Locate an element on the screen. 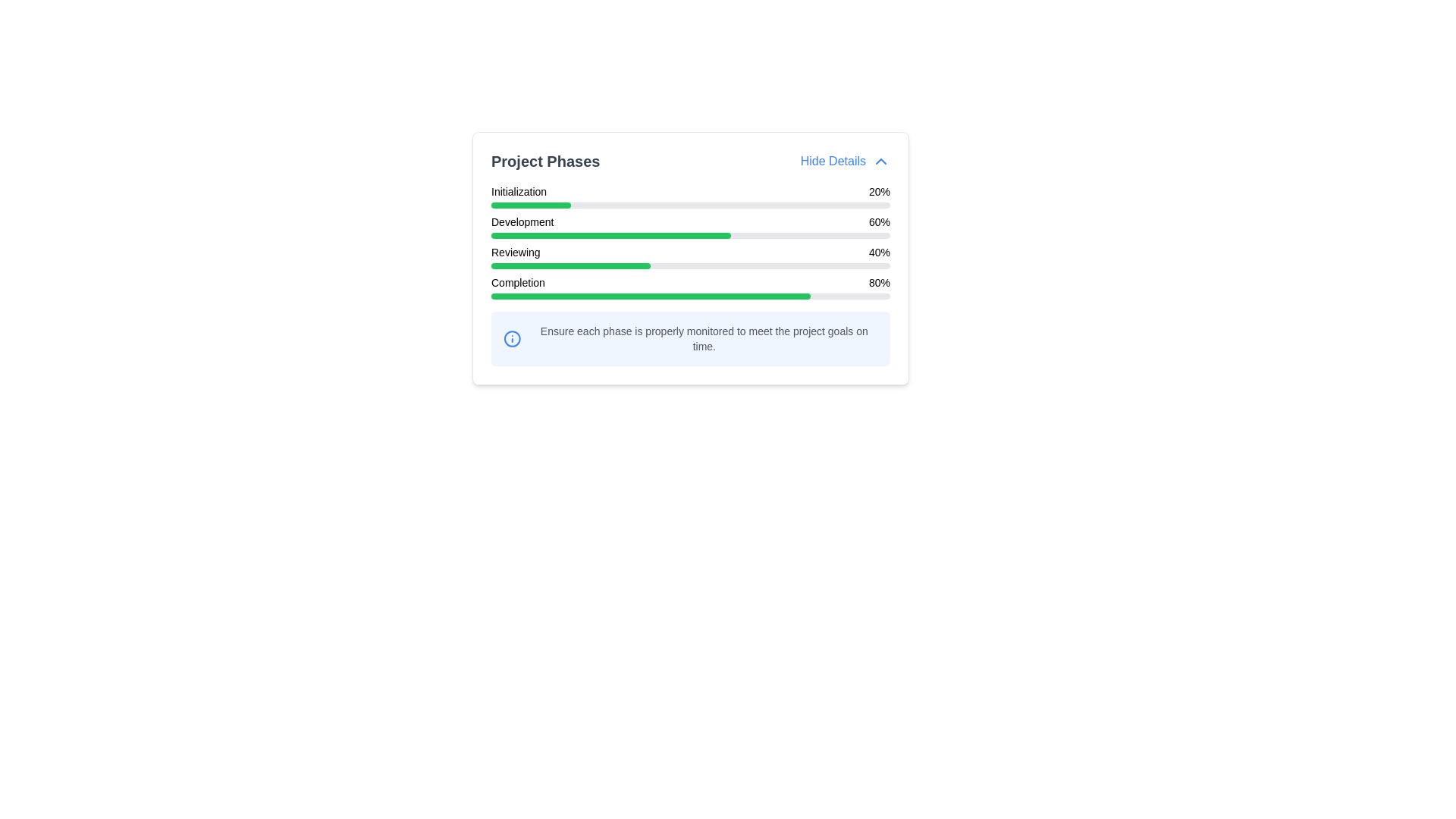 This screenshot has width=1456, height=819. the progress bar indicating the 'Initialization' phase, which is the first of four indicators in the 'Project Phases' box is located at coordinates (690, 195).